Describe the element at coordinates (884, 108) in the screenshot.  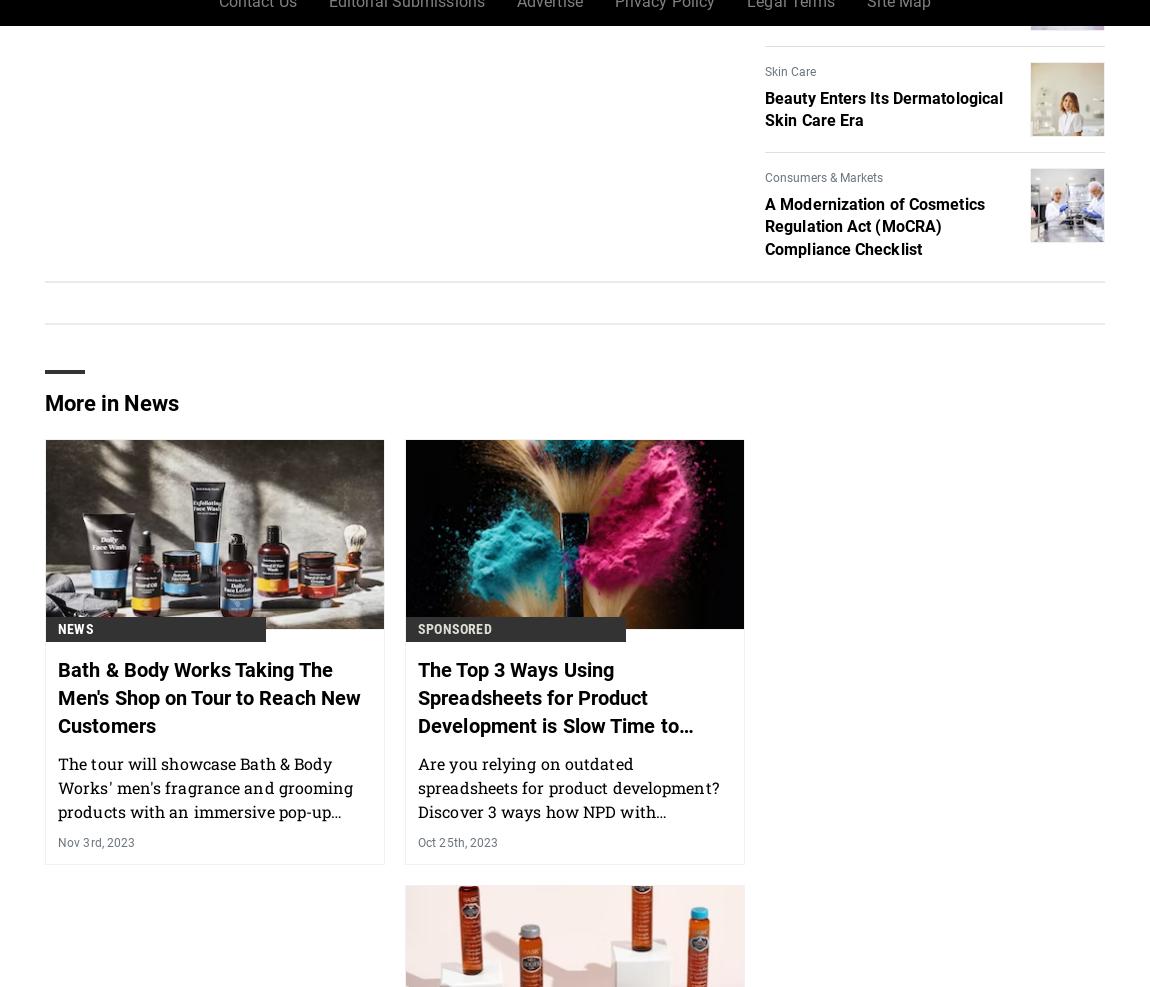
I see `'Beauty Enters Its Dermatological Skin Care Era'` at that location.